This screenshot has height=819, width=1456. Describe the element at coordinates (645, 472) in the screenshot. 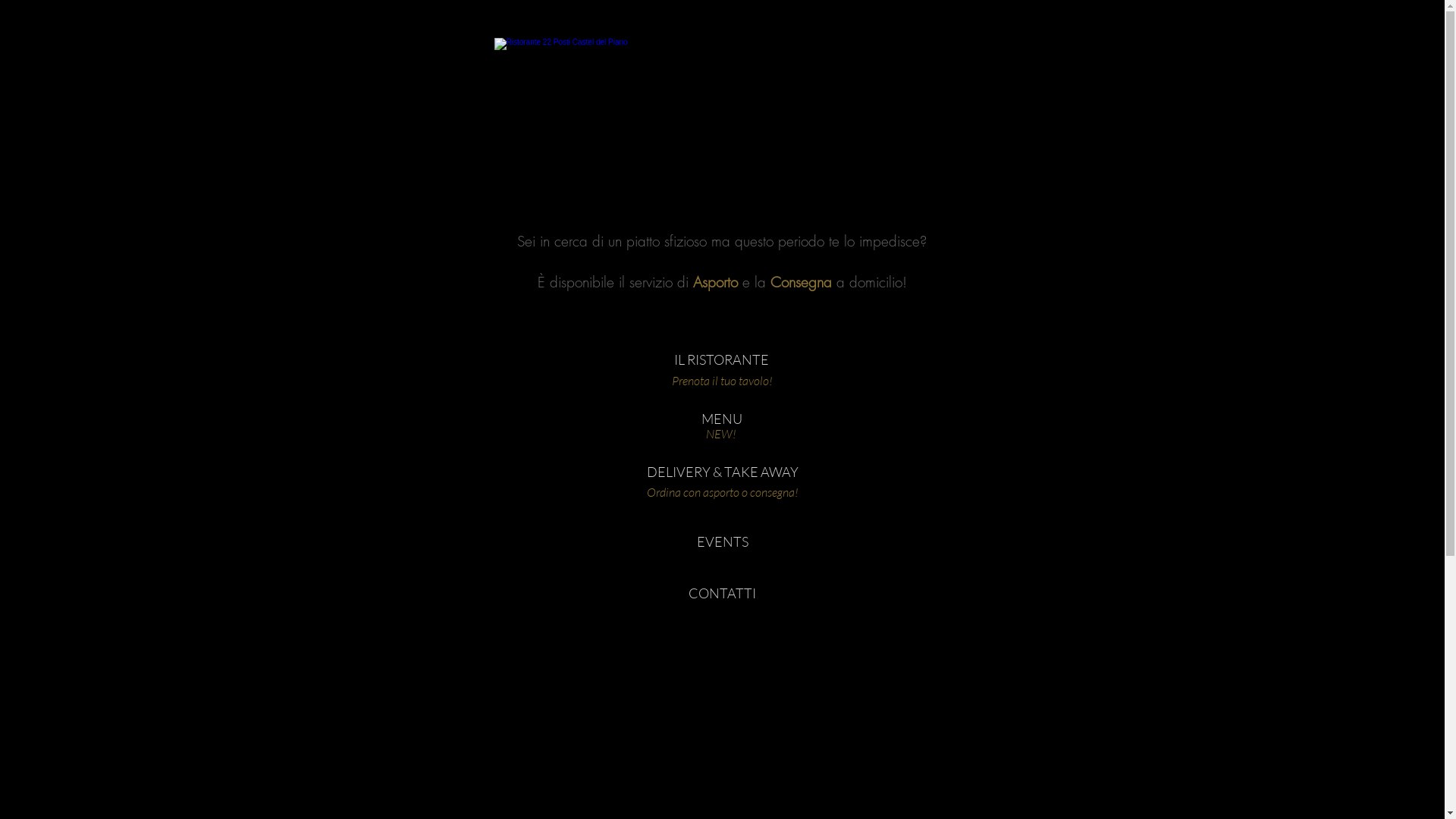

I see `'DELIVERY & TAKE AWAY'` at that location.